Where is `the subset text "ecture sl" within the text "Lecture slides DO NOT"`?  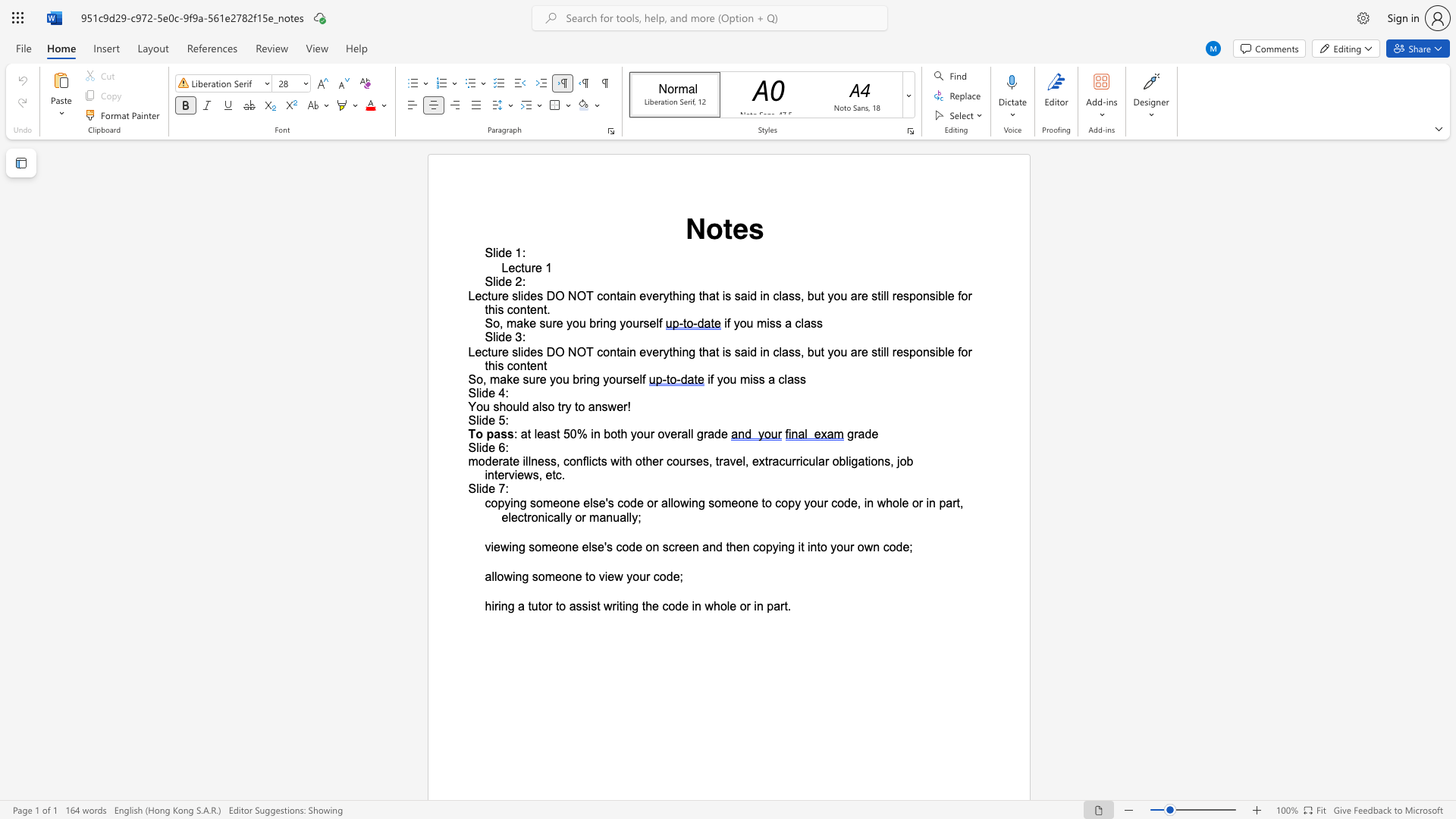
the subset text "ecture sl" within the text "Lecture slides DO NOT" is located at coordinates (474, 352).